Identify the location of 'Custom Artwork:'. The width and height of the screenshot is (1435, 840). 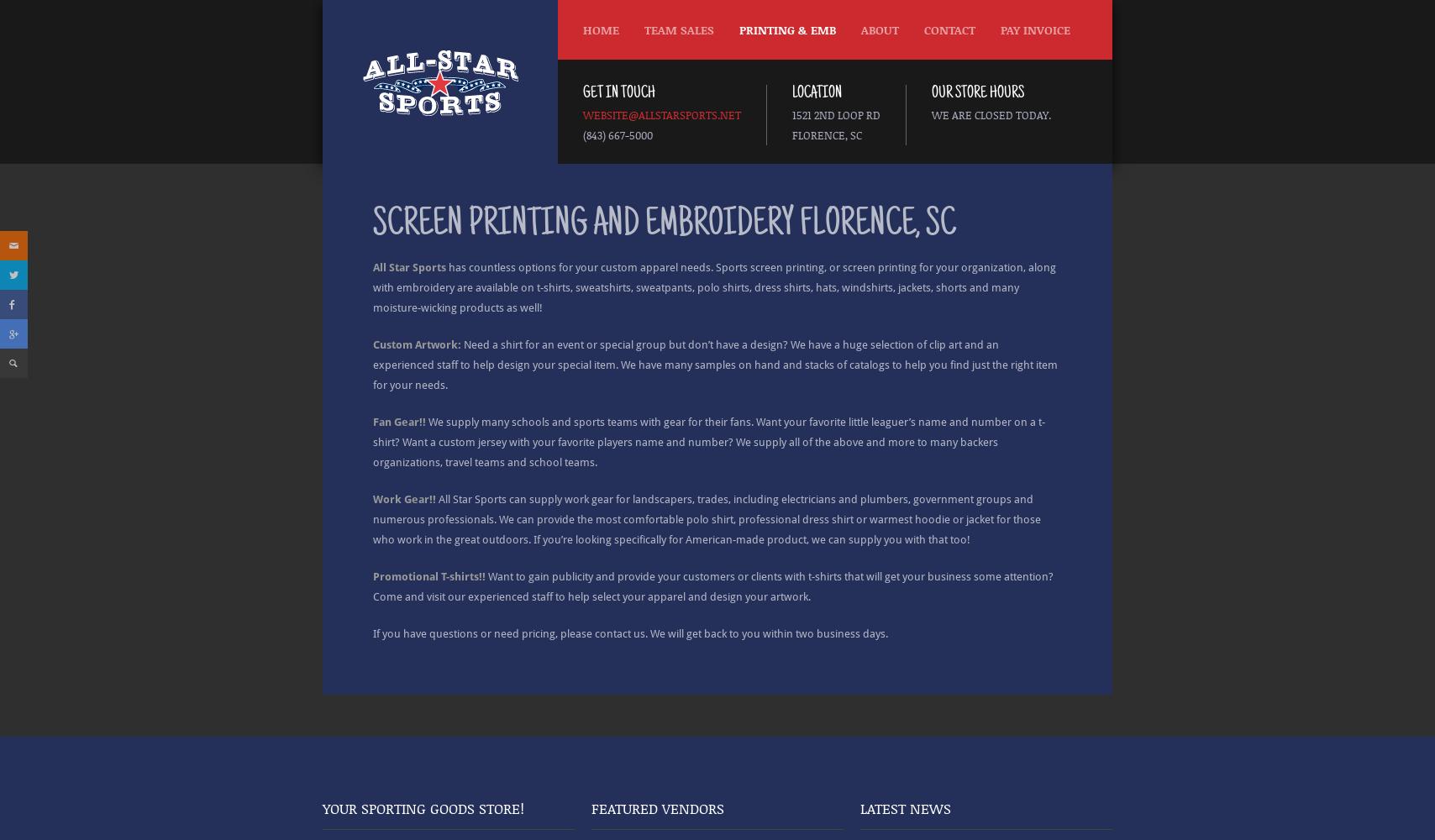
(417, 344).